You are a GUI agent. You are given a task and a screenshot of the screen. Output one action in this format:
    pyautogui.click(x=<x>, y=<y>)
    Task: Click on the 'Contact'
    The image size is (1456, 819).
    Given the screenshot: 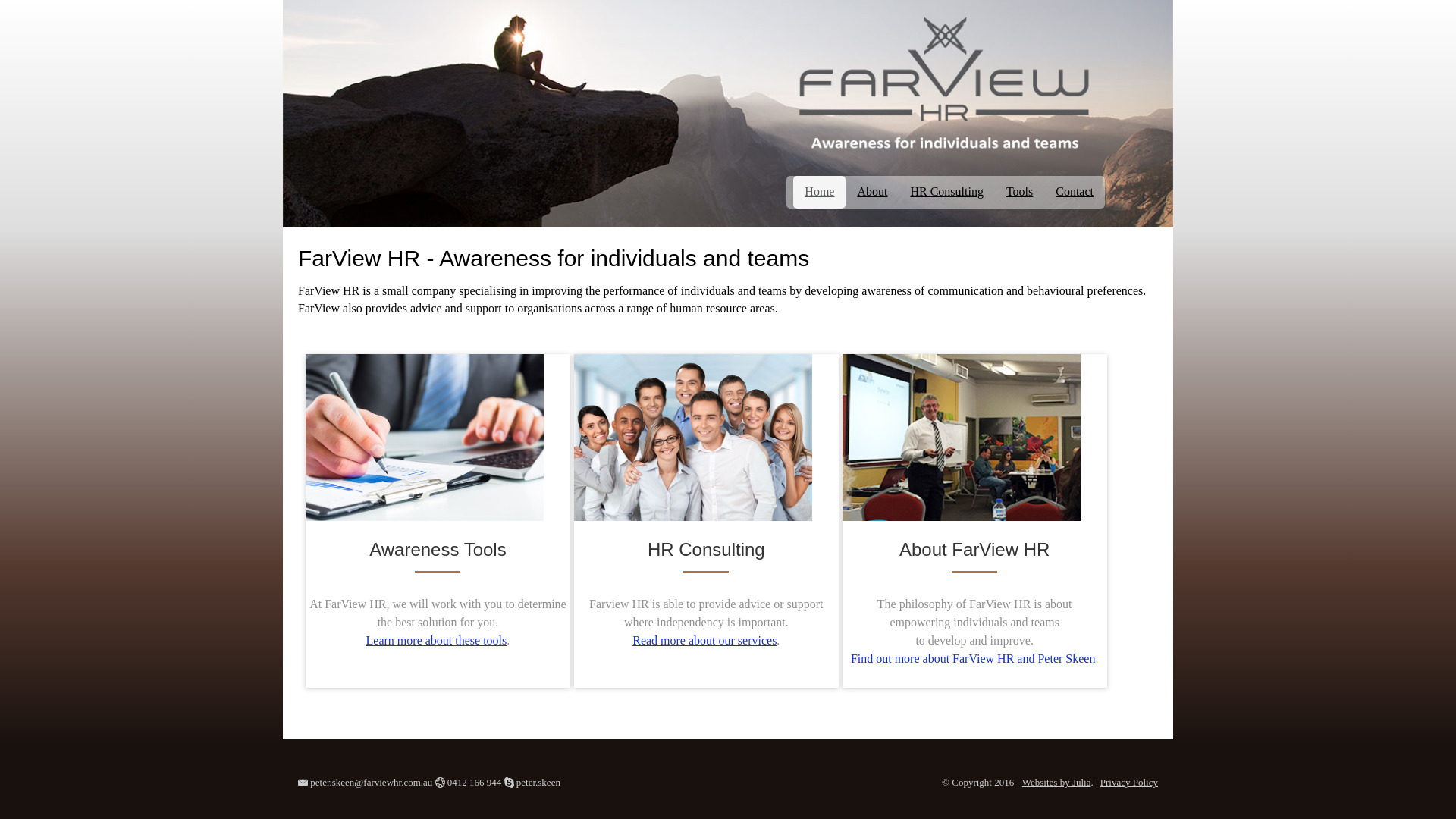 What is the action you would take?
    pyautogui.click(x=1043, y=191)
    